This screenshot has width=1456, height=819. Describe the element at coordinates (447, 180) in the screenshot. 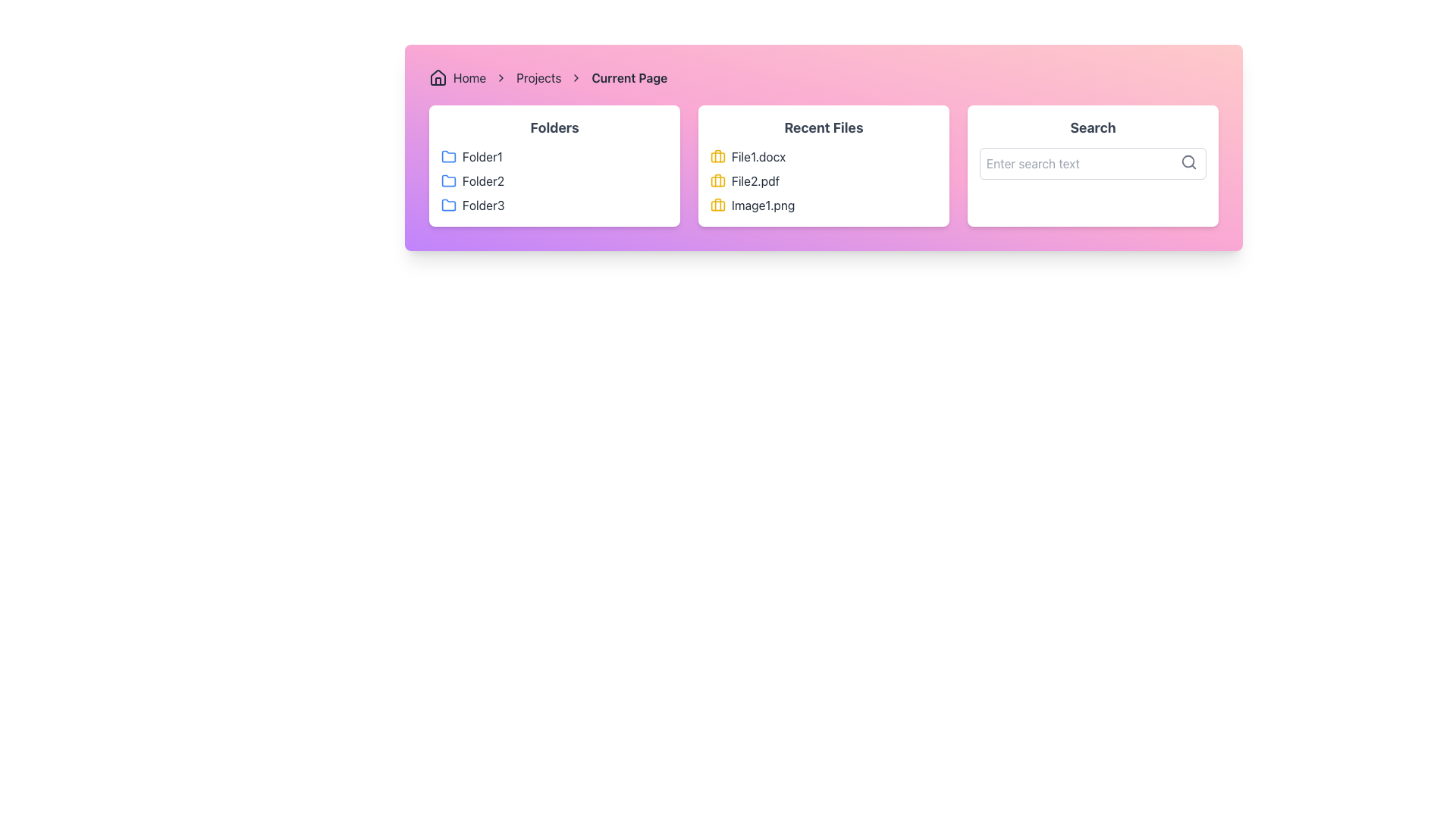

I see `the folder icon with a blue outline representing the second folder in the list under the 'Folders' section` at that location.